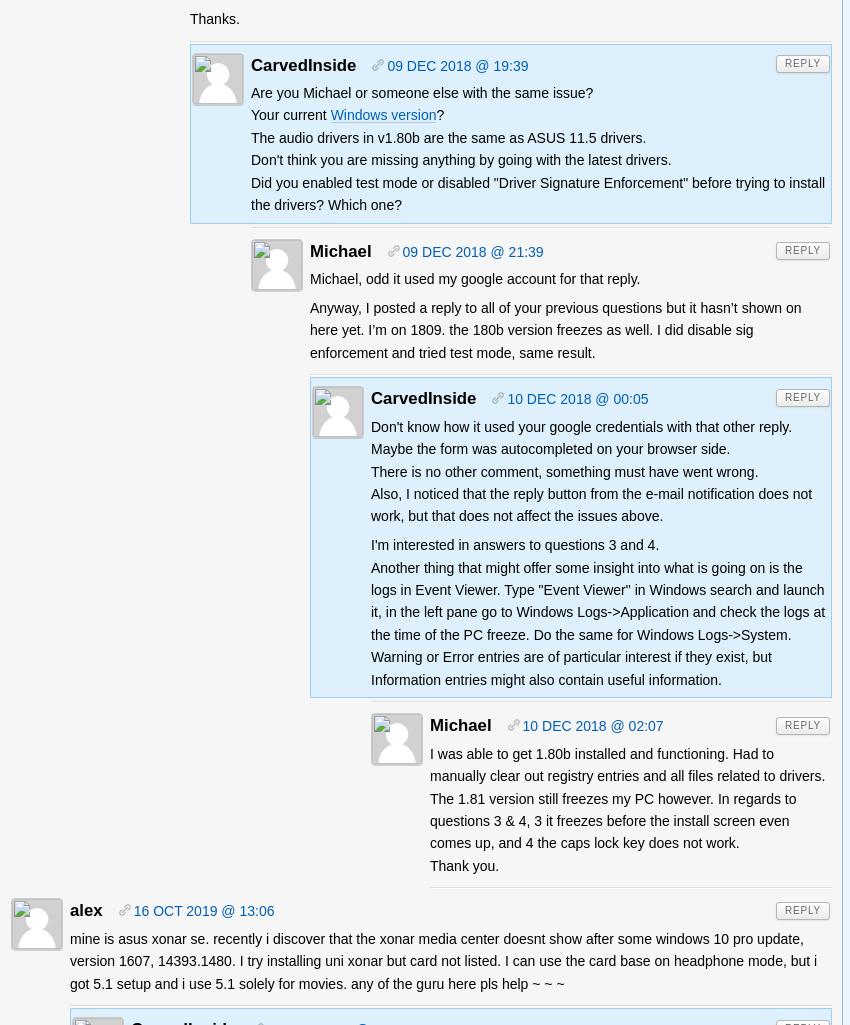  I want to click on 'Windows version', so click(382, 115).